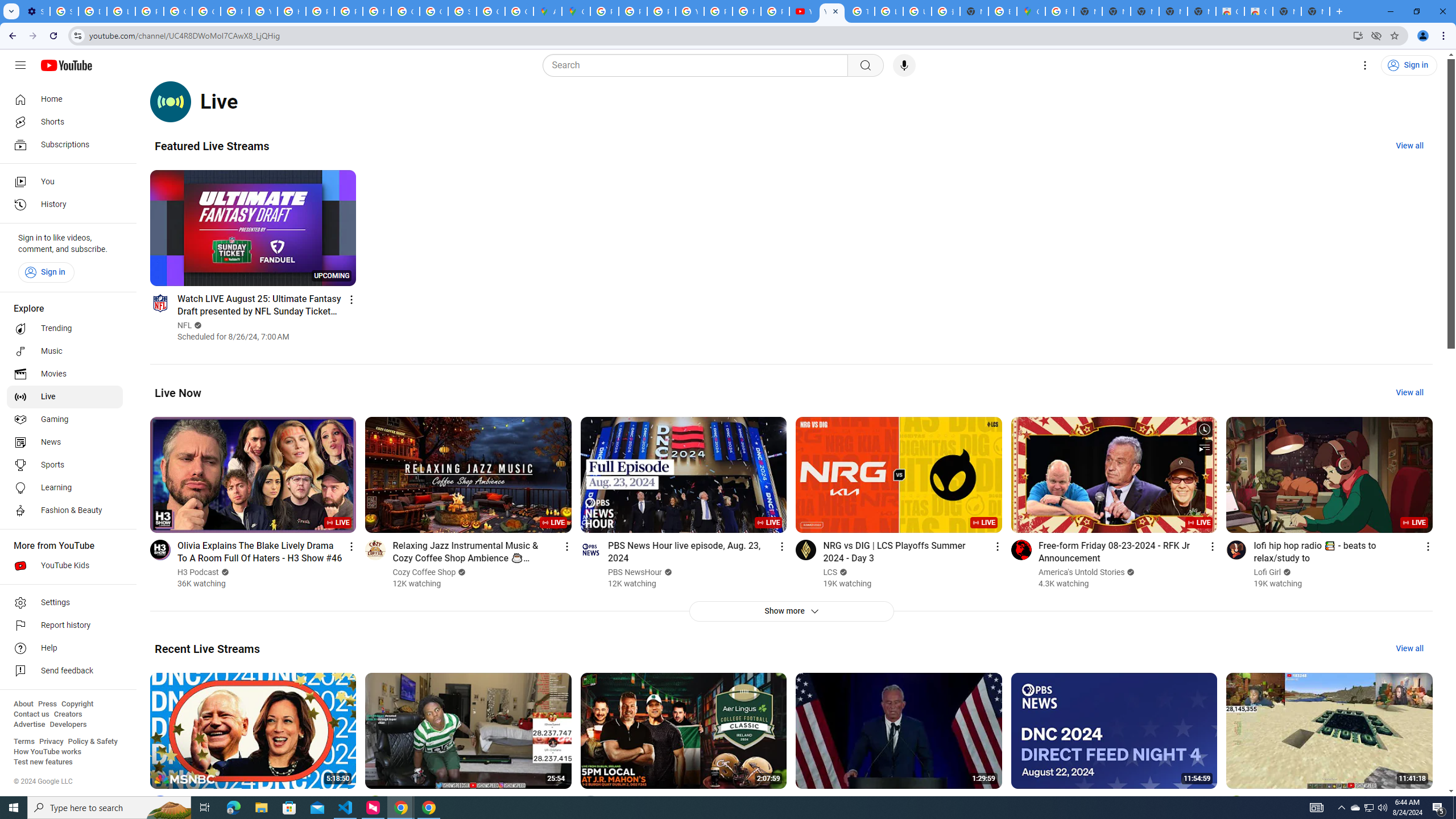 This screenshot has height=819, width=1456. What do you see at coordinates (92, 741) in the screenshot?
I see `'Policy & Safety'` at bounding box center [92, 741].